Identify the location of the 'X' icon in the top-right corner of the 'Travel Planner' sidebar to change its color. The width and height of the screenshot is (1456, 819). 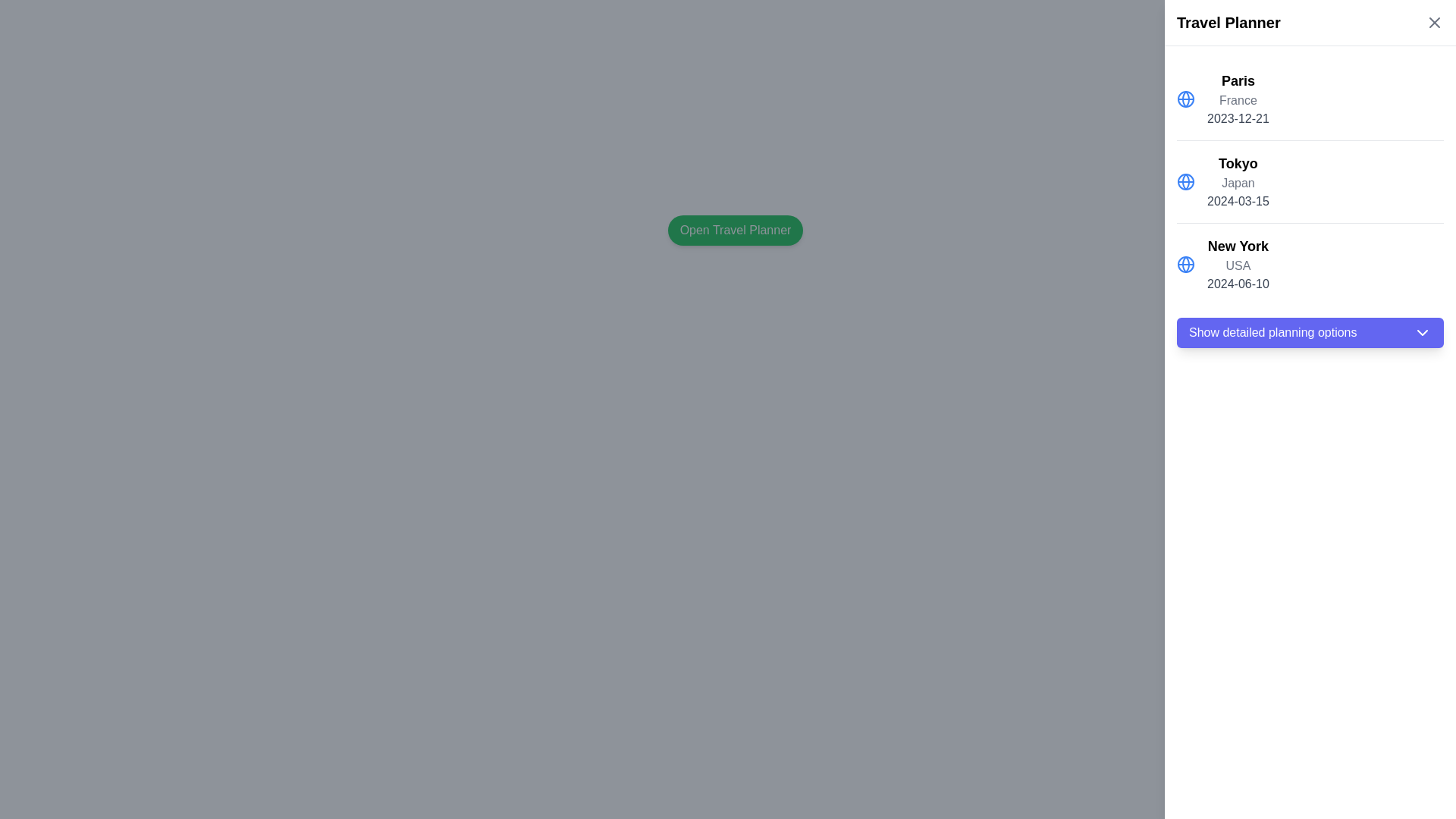
(1433, 23).